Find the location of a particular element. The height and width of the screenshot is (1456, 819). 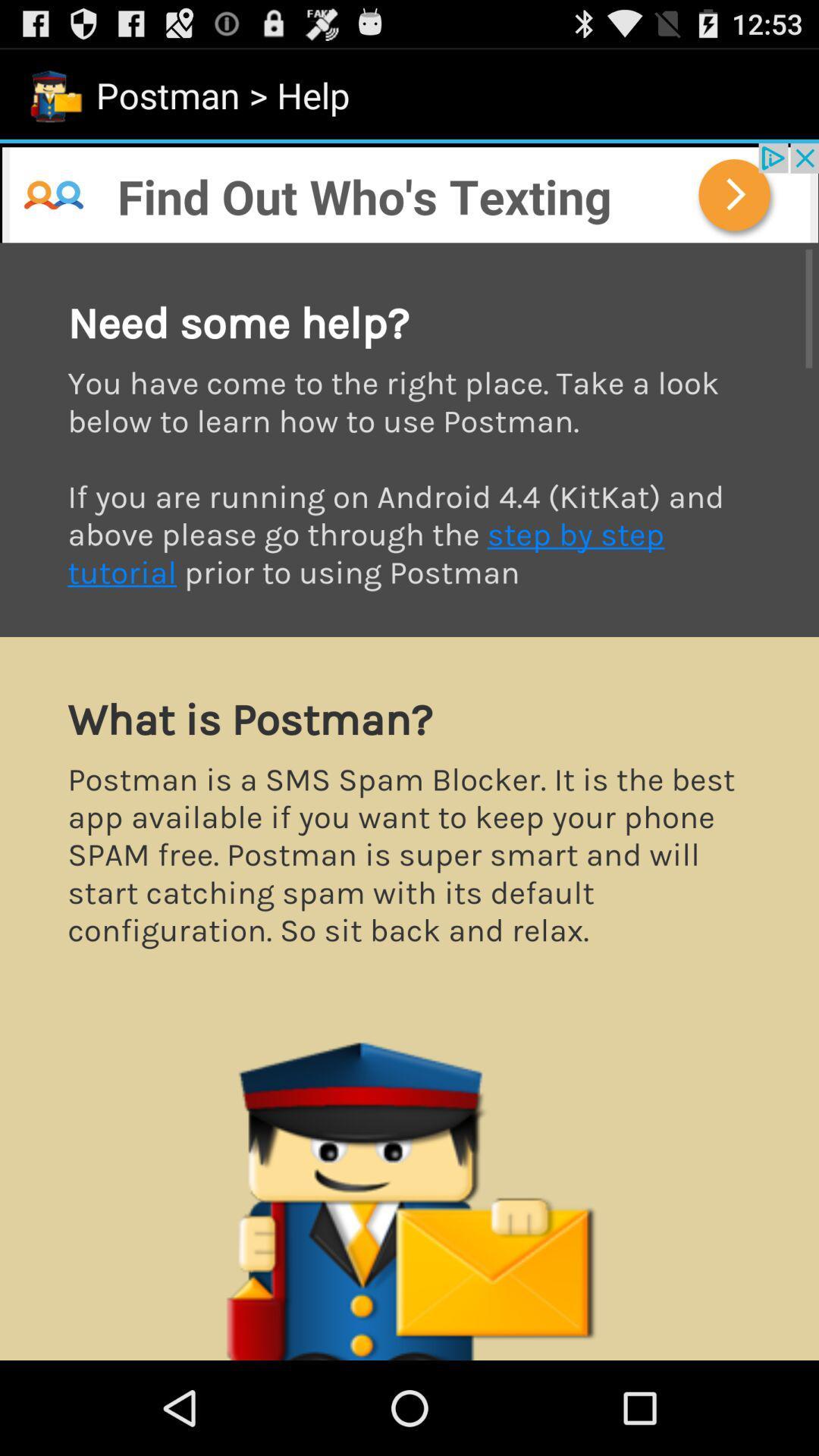

advertisement page is located at coordinates (409, 192).